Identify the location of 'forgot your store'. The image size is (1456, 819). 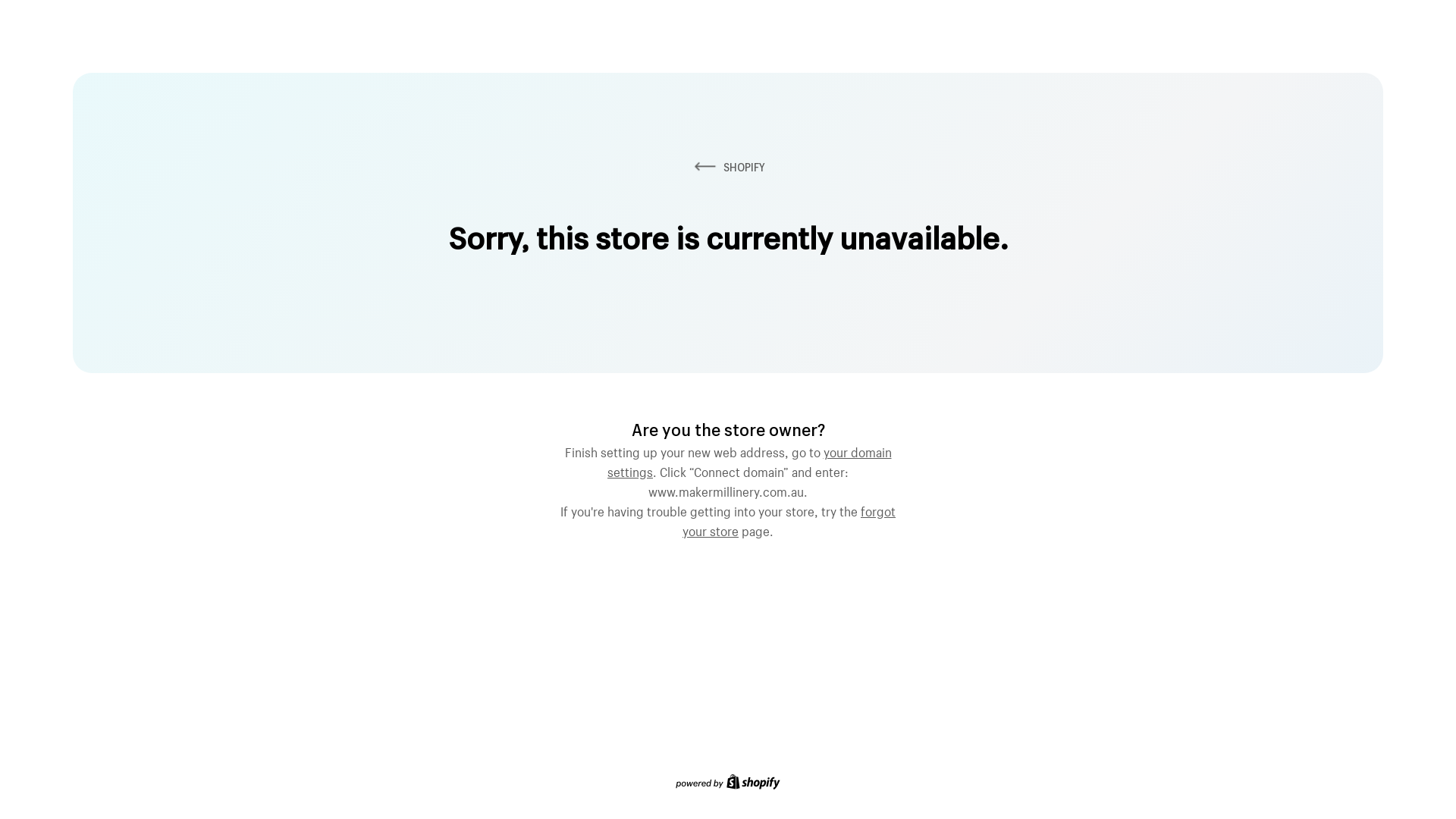
(789, 519).